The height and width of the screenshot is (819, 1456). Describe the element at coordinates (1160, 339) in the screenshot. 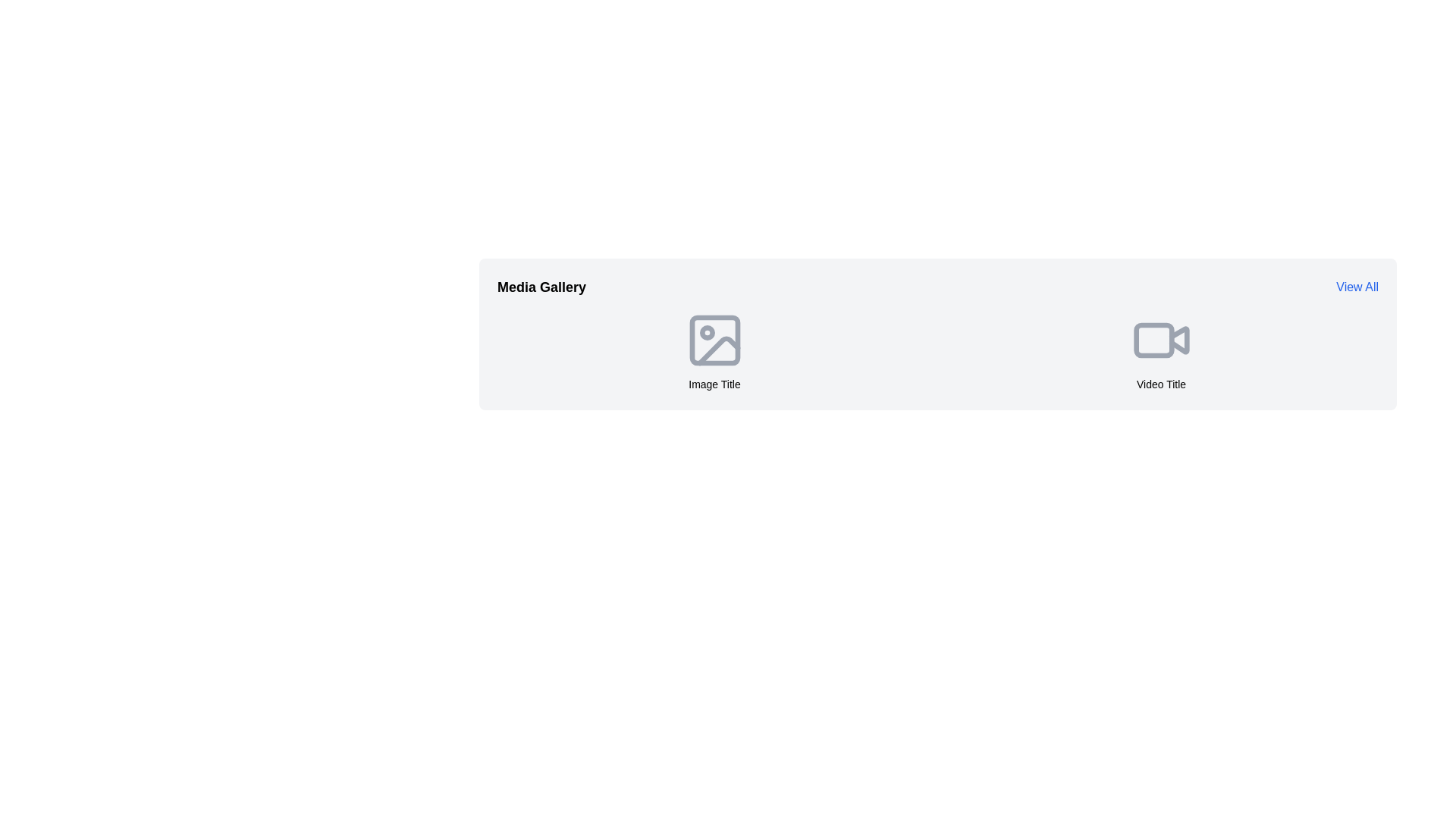

I see `the video camera icon, which is a modern line-art design in gray color, located in the media gallery layout, right of the 'Image Title' icon and above the 'Video Title' label` at that location.